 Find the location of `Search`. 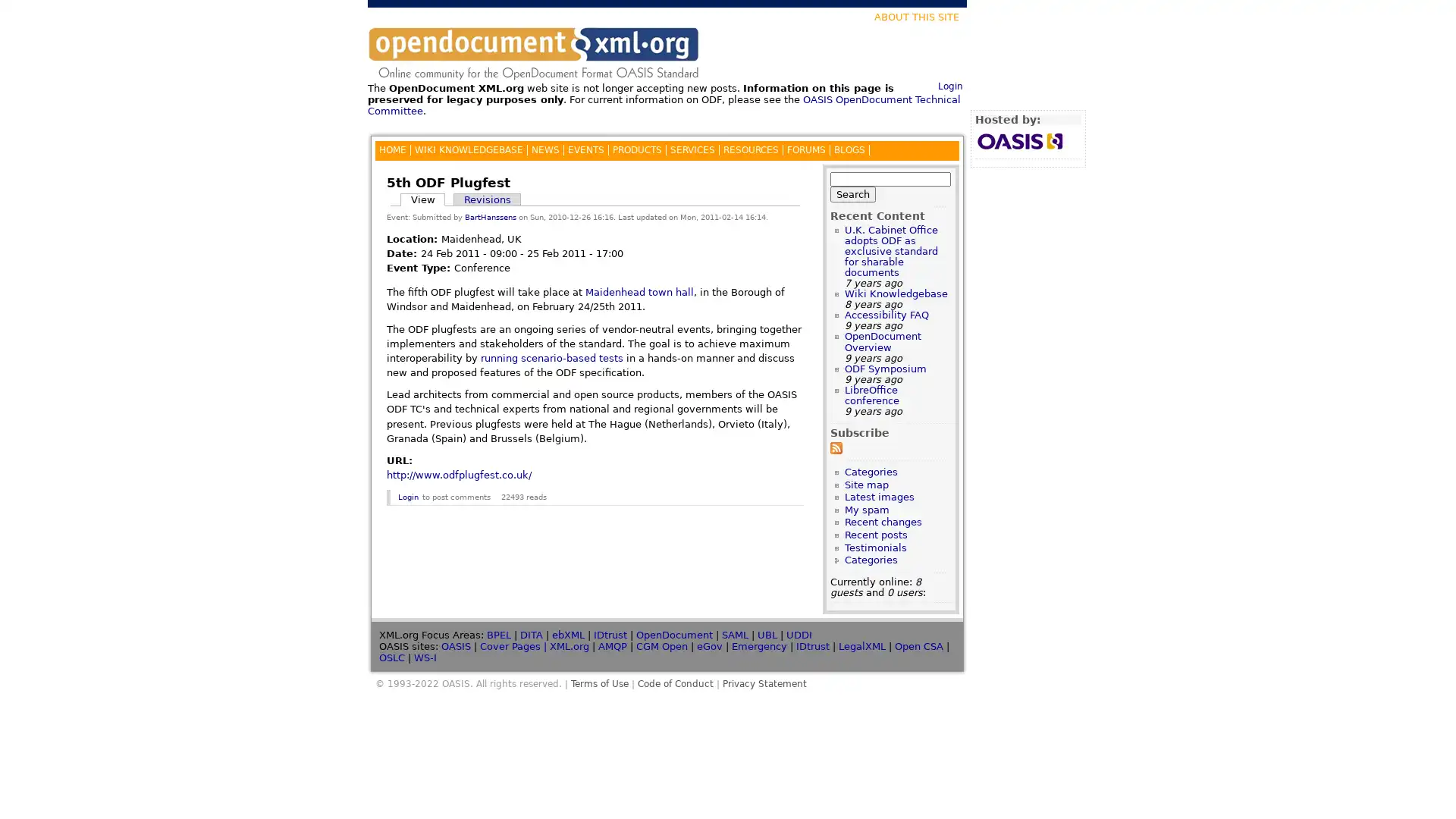

Search is located at coordinates (852, 193).